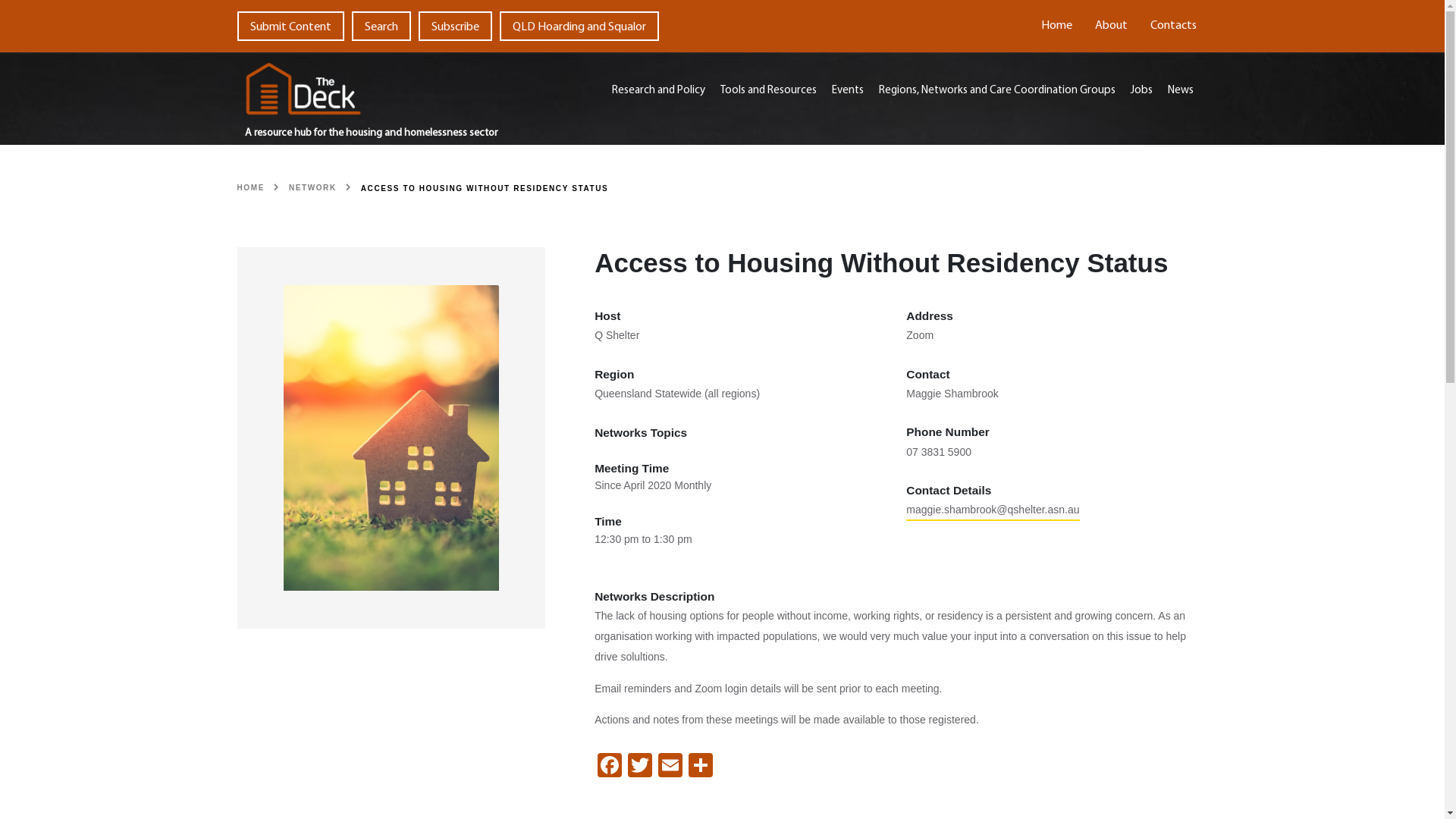  I want to click on 'Home', so click(1056, 26).